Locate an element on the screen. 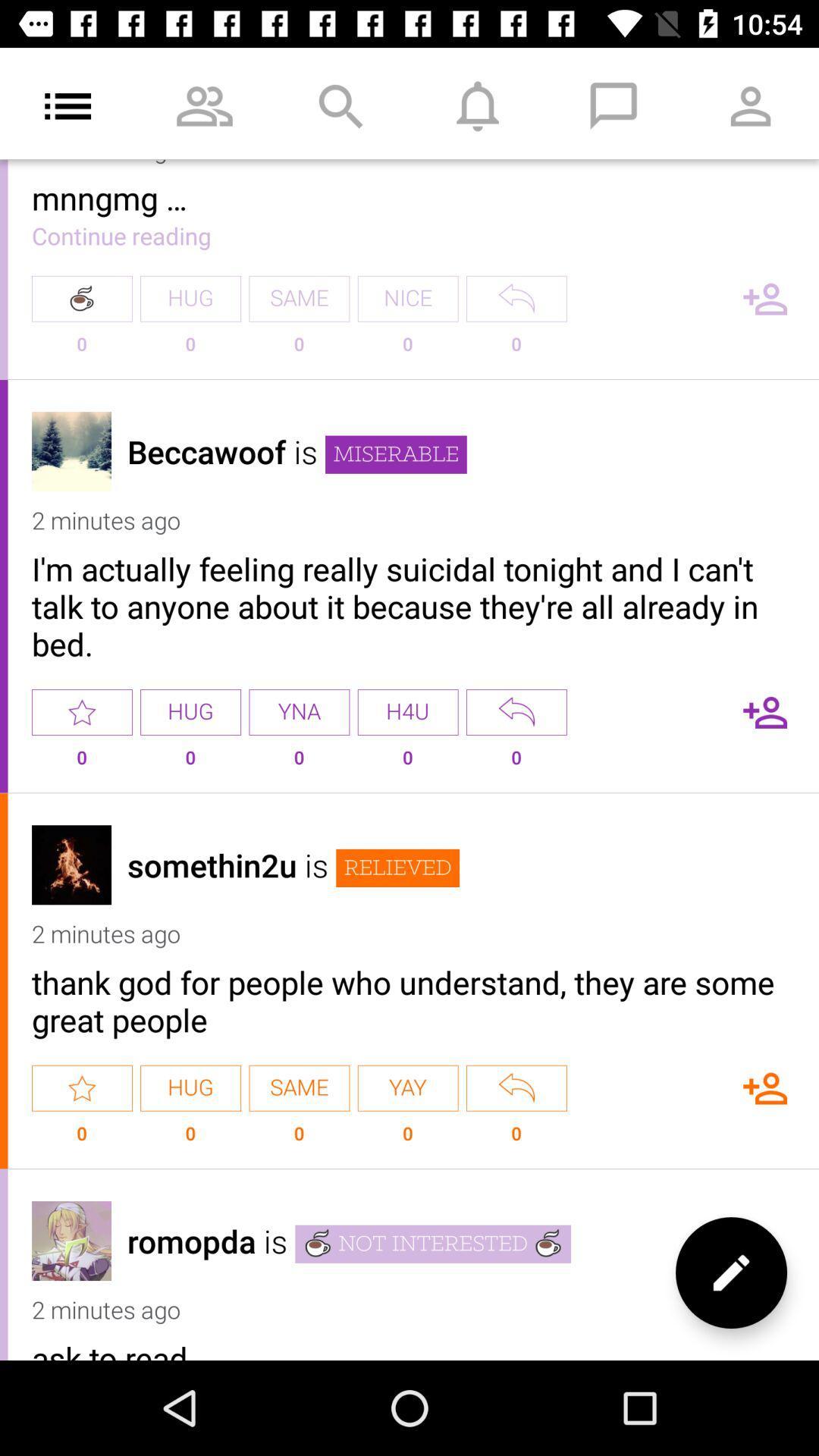  user profile is located at coordinates (71, 864).